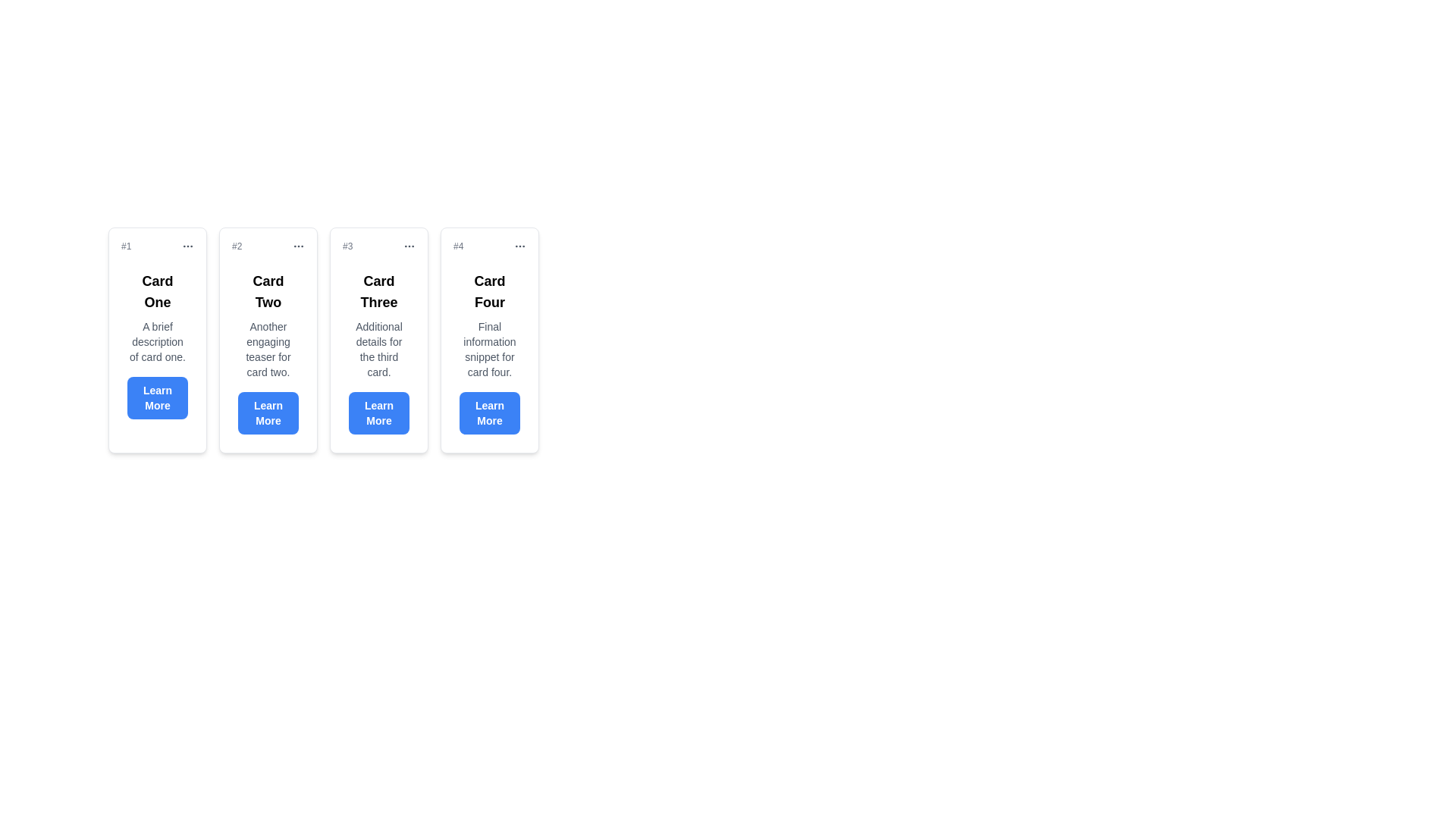 The width and height of the screenshot is (1456, 819). Describe the element at coordinates (490, 413) in the screenshot. I see `the 'Learn More' button, which is a rectangular button with rounded corners and a solid blue background located at the bottom of 'Card Four'` at that location.